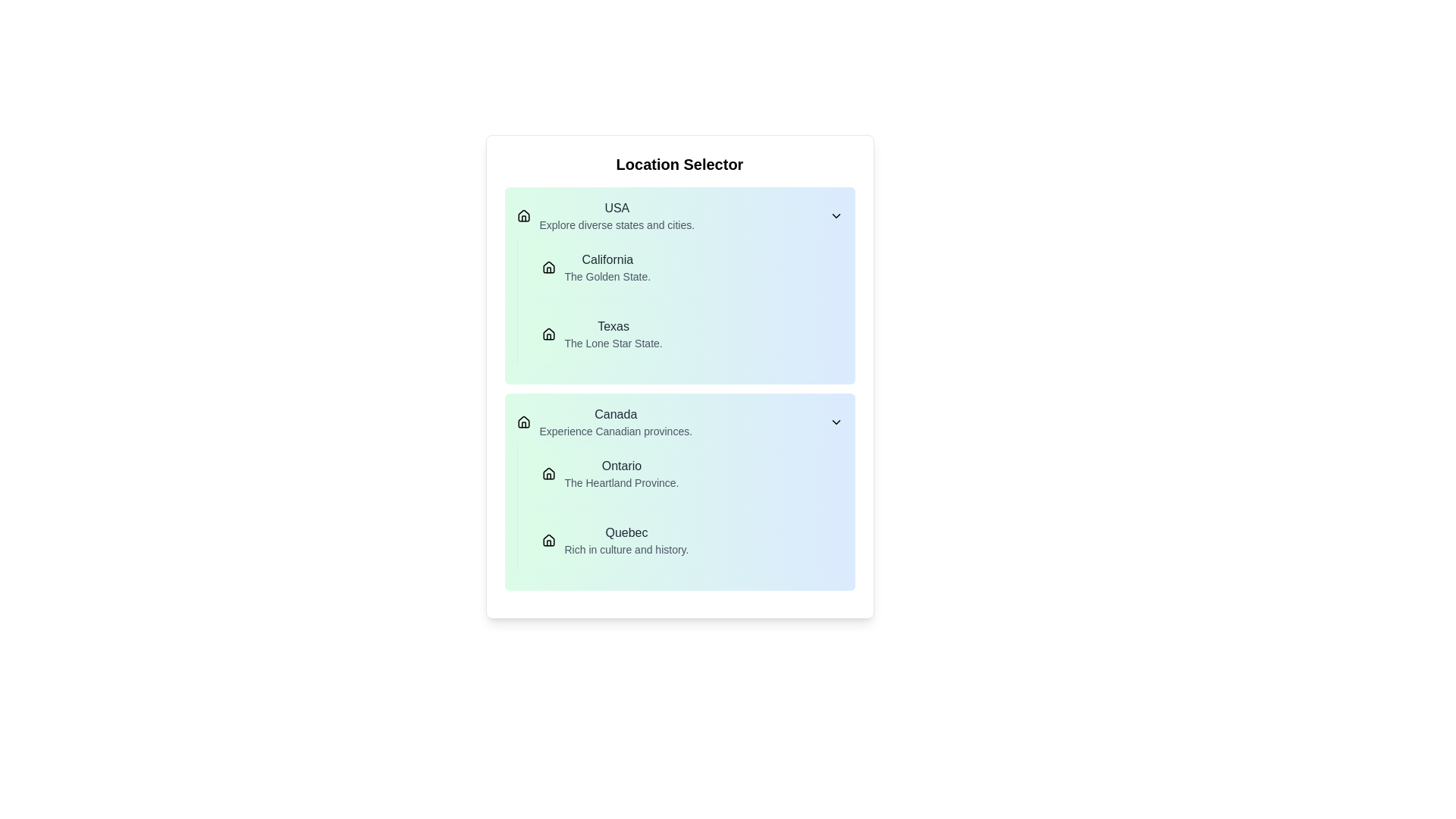 This screenshot has height=819, width=1456. Describe the element at coordinates (679, 422) in the screenshot. I see `the first list item representing Canada in the region selector interface` at that location.